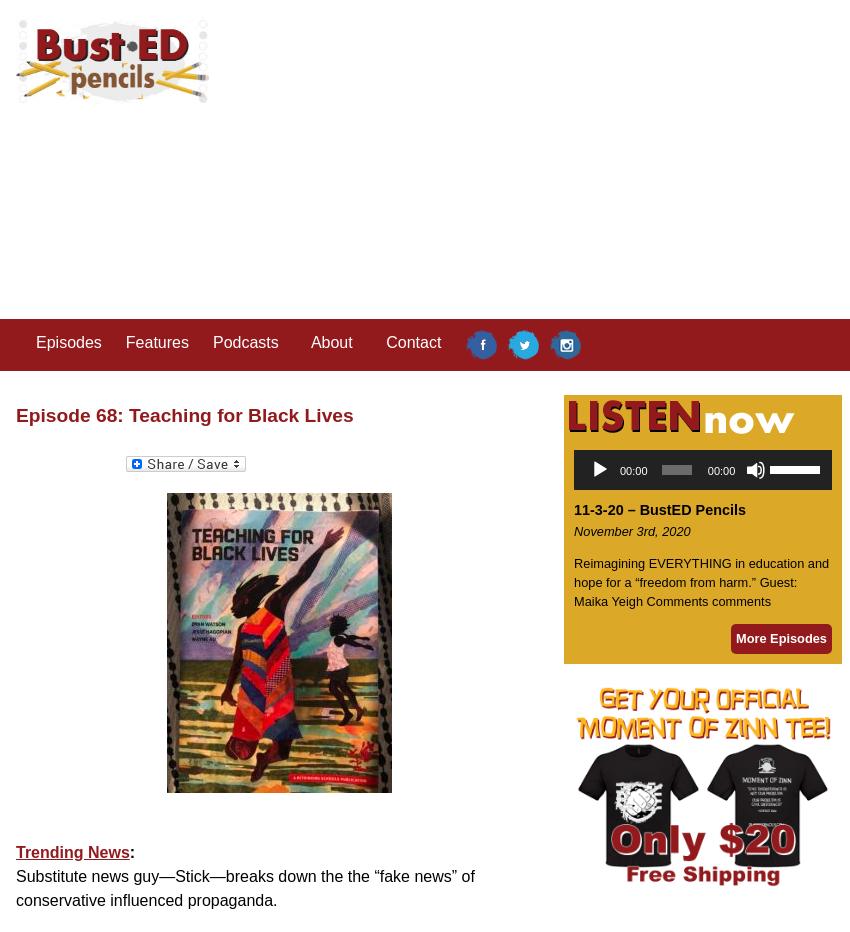  I want to click on 'Activist of the Week', so click(208, 472).